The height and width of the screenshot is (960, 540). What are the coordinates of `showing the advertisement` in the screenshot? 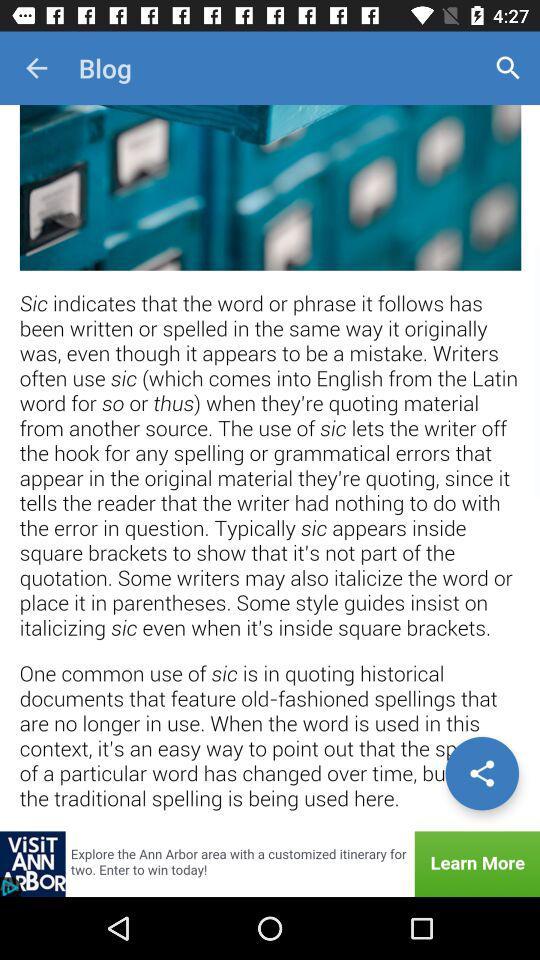 It's located at (270, 863).